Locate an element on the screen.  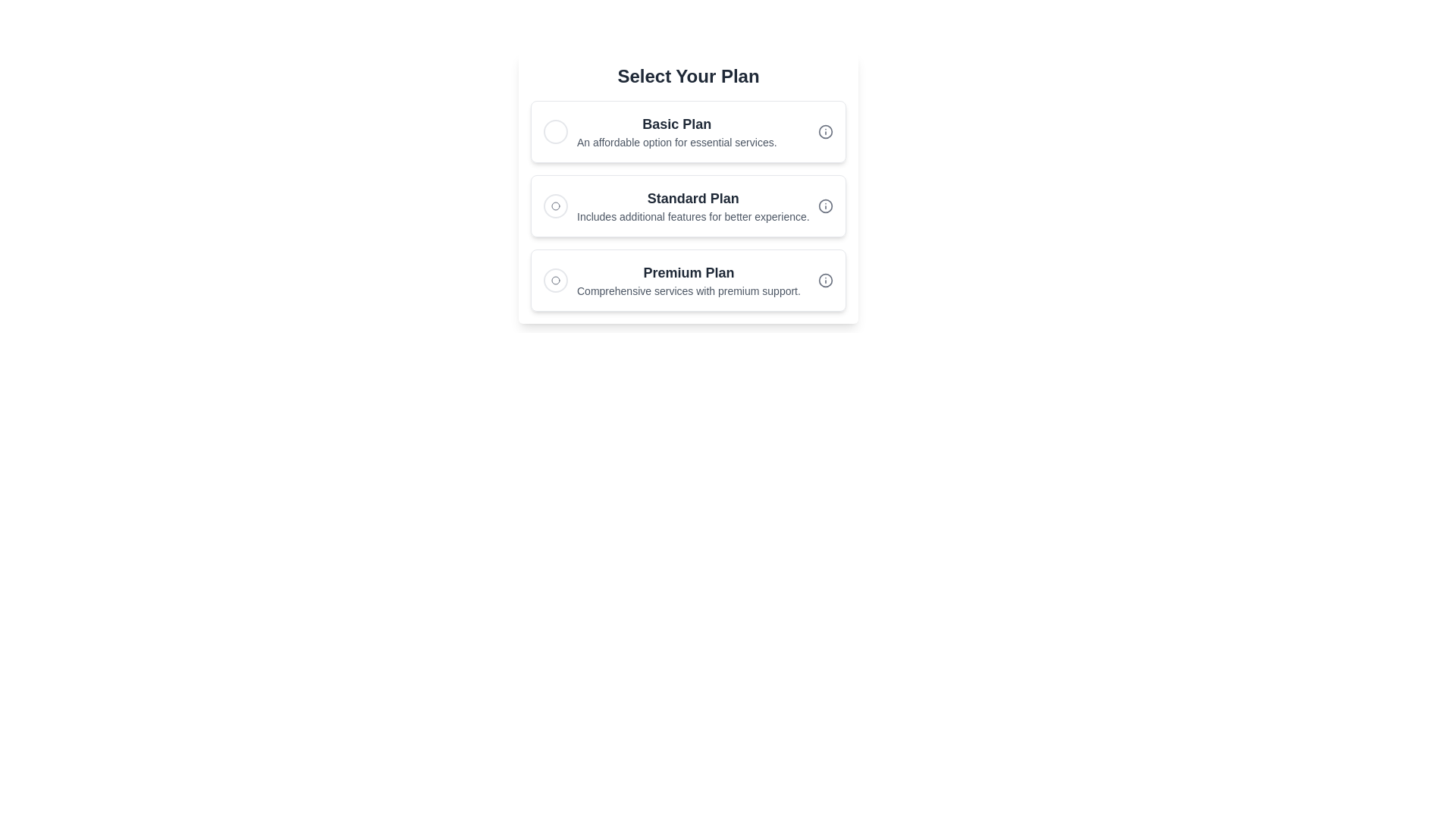
the circular selection indicator is located at coordinates (555, 206).